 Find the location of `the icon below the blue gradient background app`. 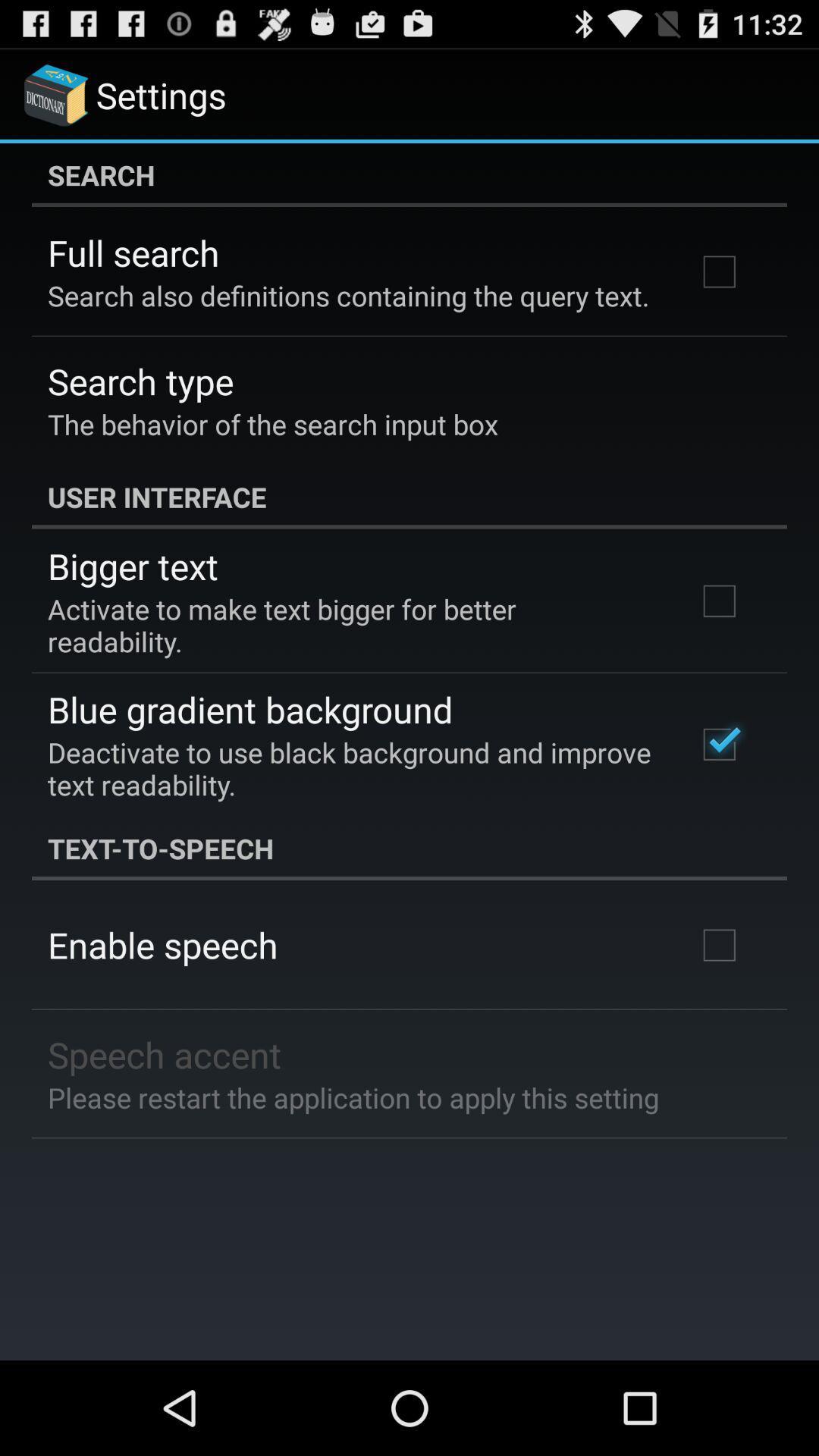

the icon below the blue gradient background app is located at coordinates (351, 768).